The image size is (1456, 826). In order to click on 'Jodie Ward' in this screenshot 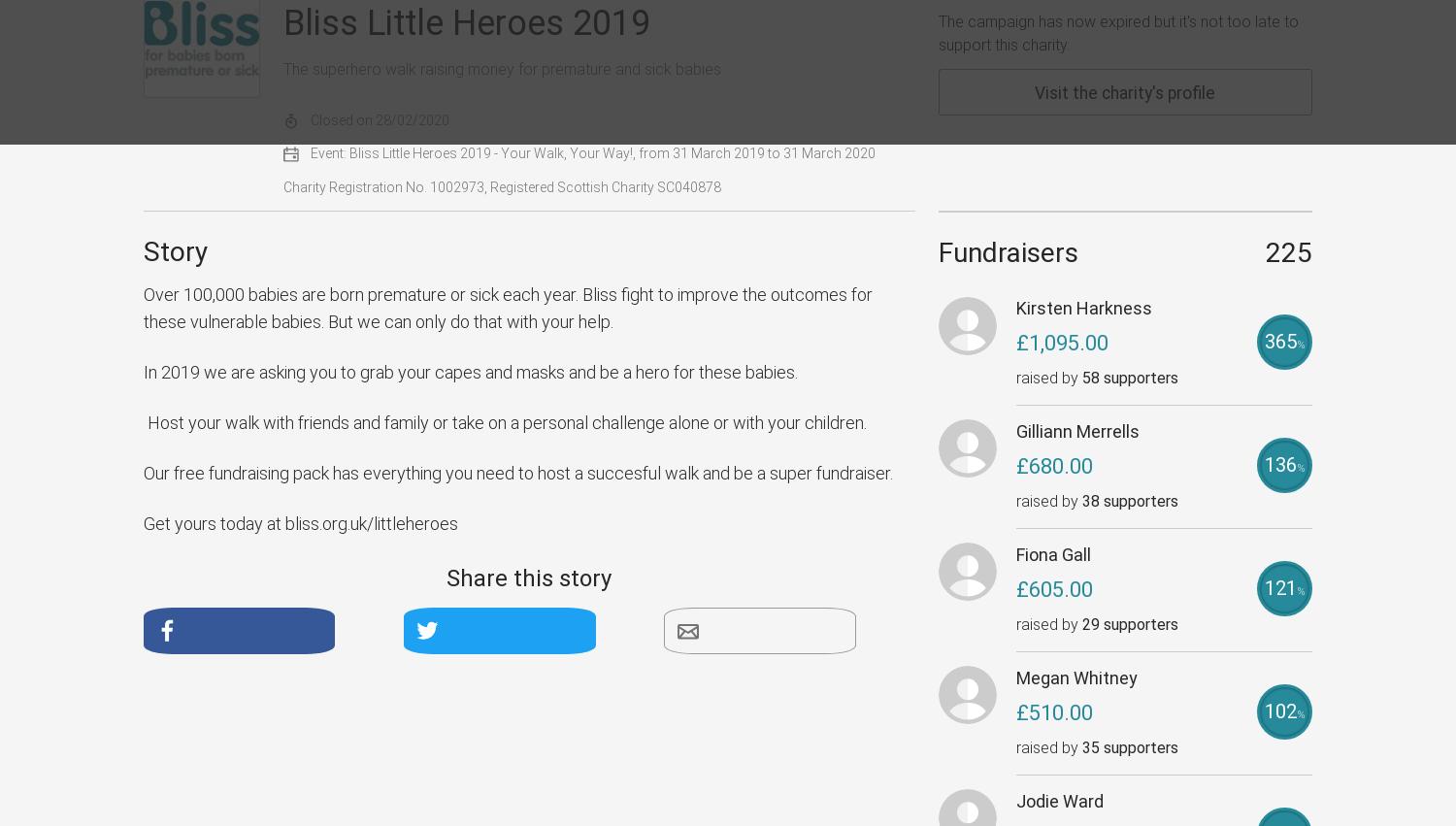, I will do `click(1057, 801)`.